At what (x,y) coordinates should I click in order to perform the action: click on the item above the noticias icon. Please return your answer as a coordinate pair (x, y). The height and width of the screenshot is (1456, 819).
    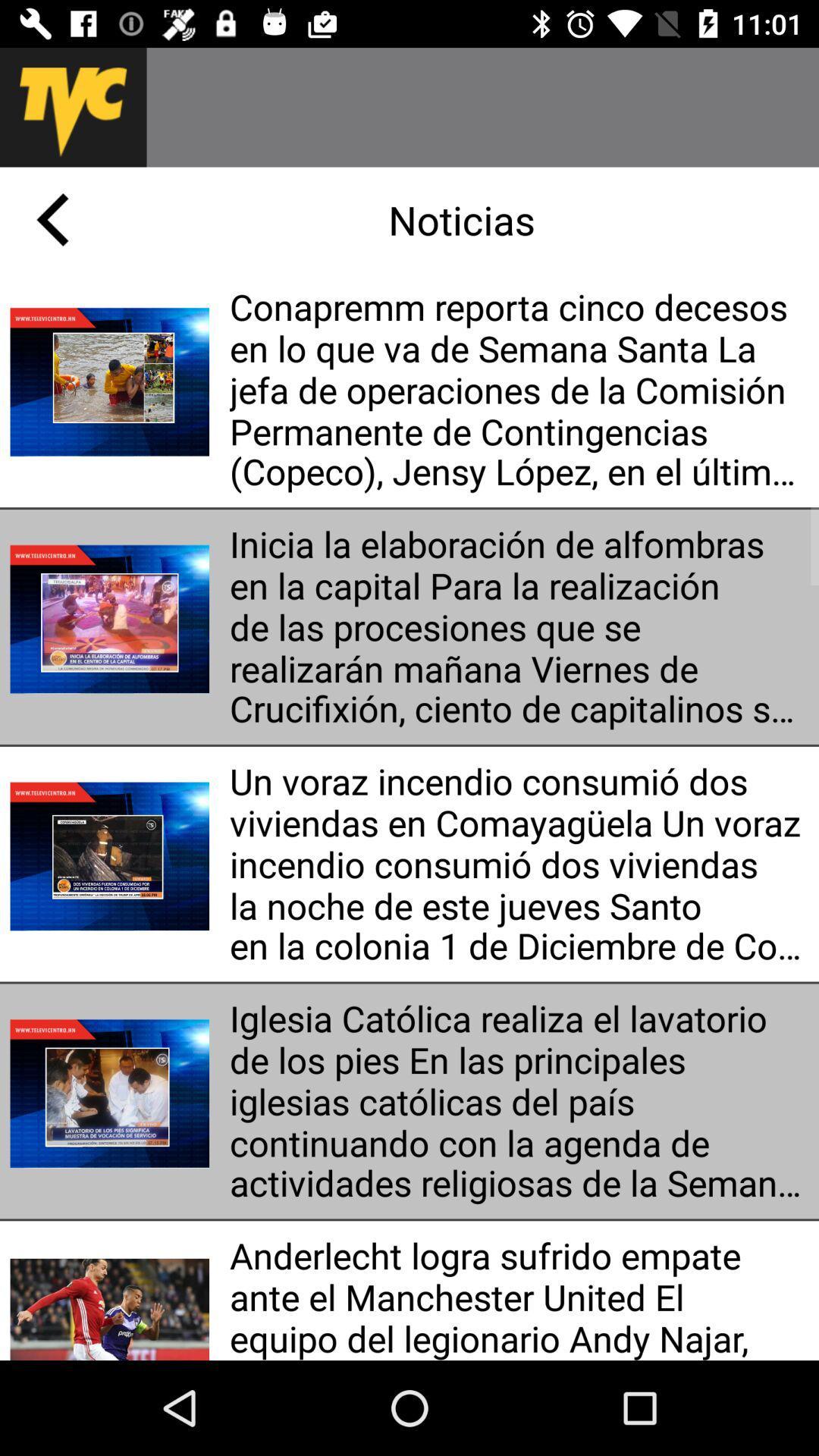
    Looking at the image, I should click on (482, 106).